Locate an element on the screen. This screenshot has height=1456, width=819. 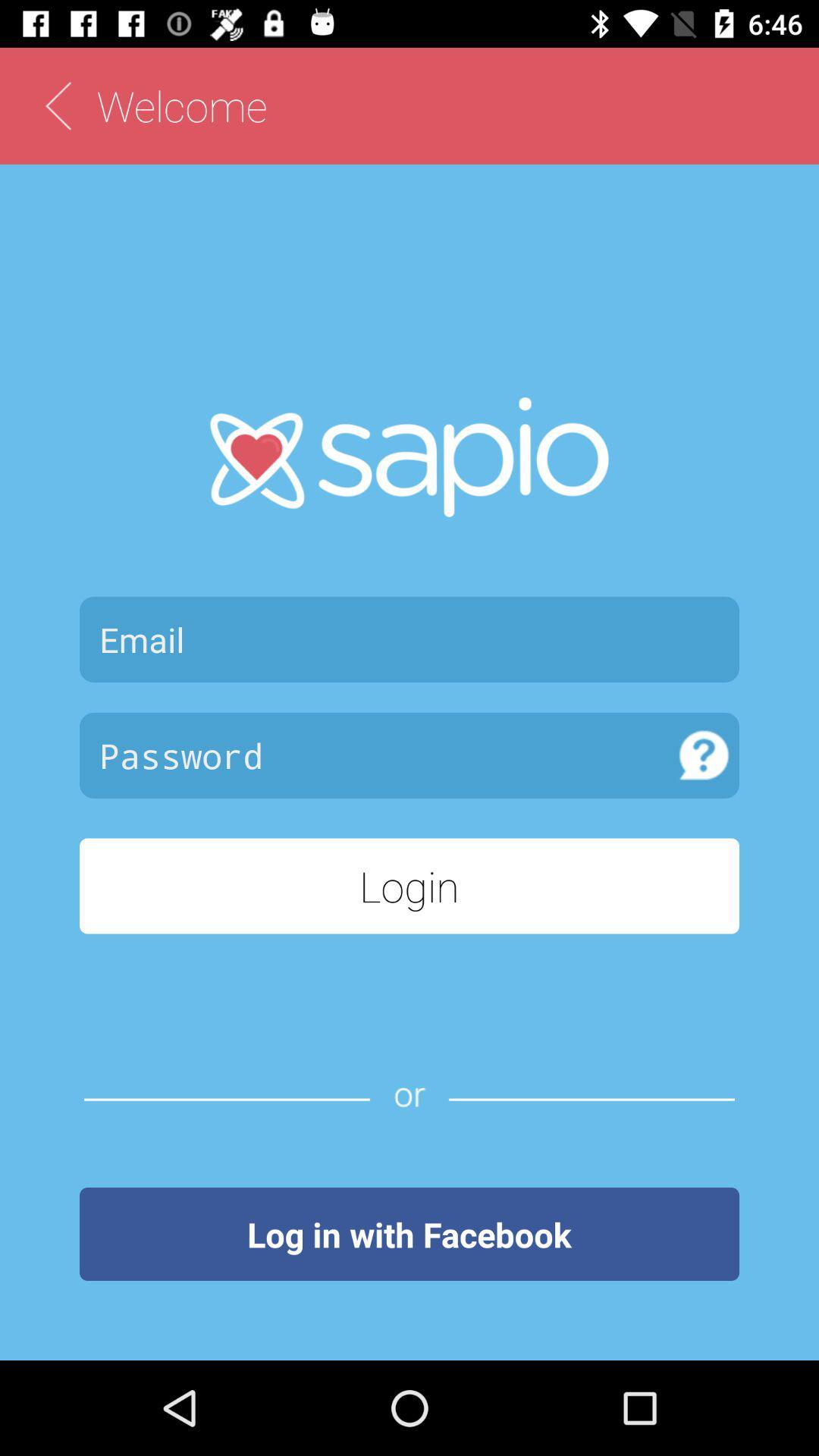
back to home page is located at coordinates (57, 105).